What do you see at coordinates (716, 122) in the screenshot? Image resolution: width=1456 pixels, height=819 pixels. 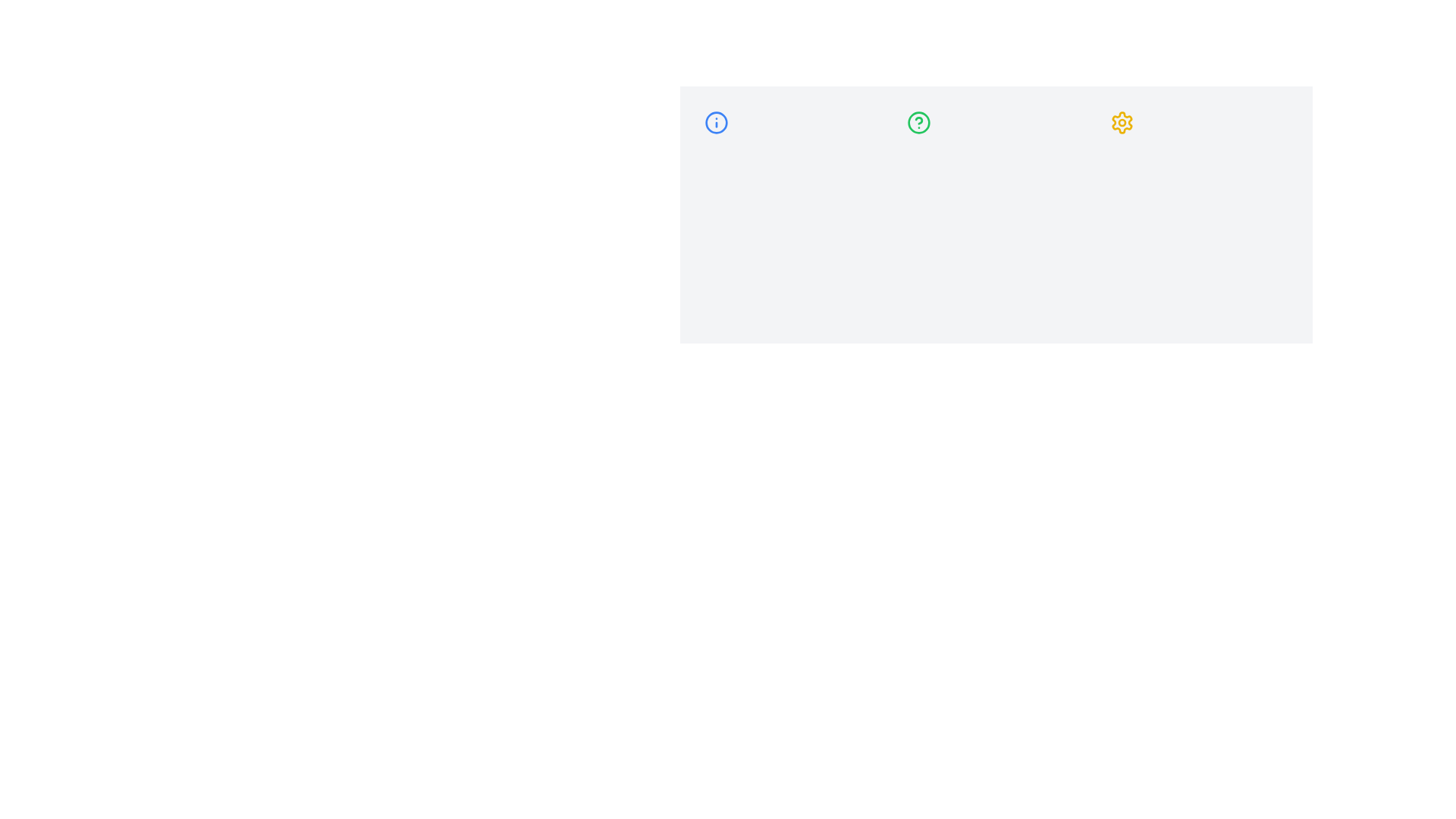 I see `the information indicator icon located on the upper-left side of the interface, which is the leftmost among three similar icons` at bounding box center [716, 122].